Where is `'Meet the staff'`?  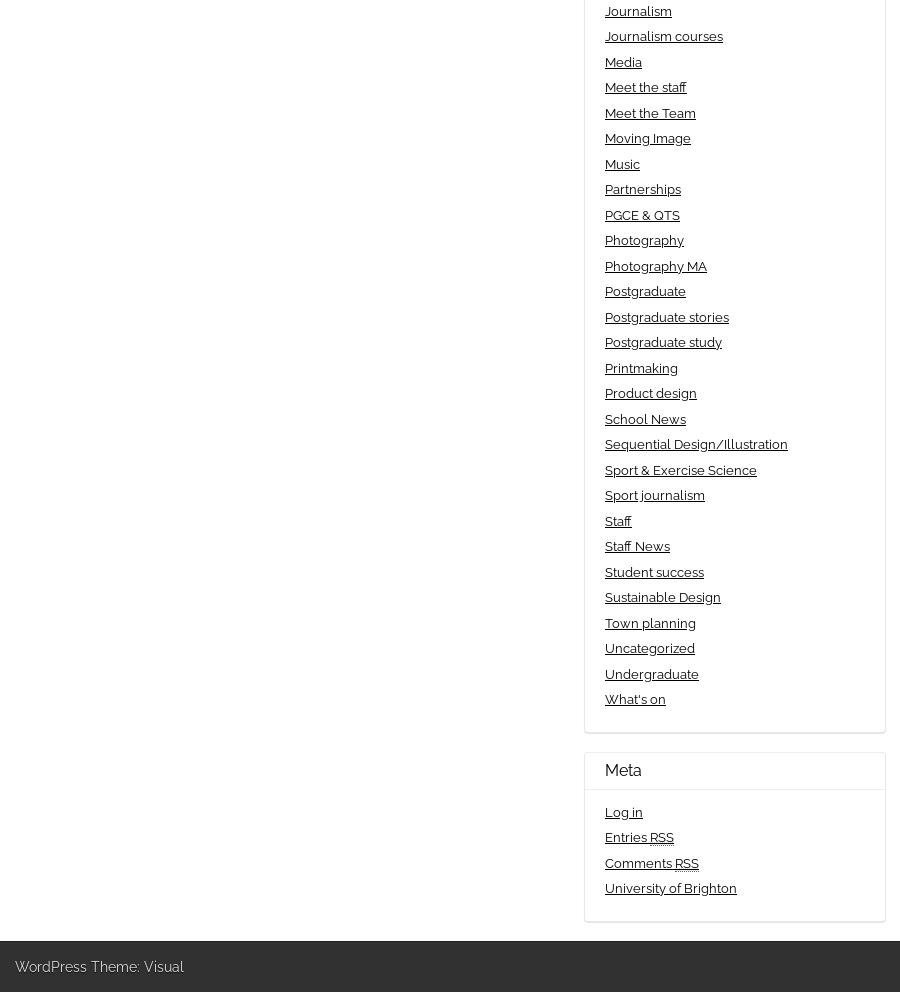
'Meet the staff' is located at coordinates (604, 86).